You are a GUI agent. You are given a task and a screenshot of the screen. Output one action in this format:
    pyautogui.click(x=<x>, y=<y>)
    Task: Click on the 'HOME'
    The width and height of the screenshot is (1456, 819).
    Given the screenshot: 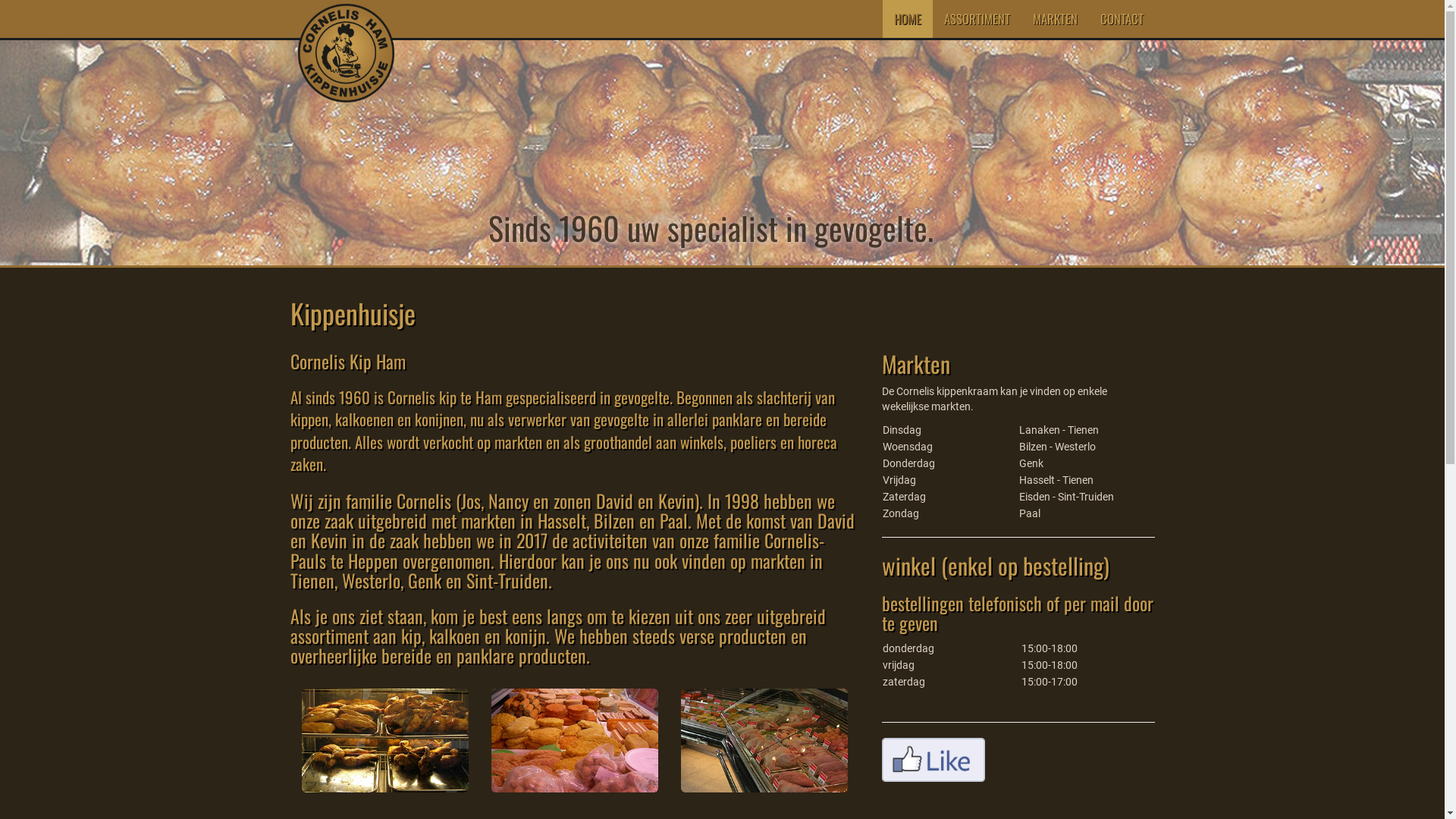 What is the action you would take?
    pyautogui.click(x=907, y=18)
    